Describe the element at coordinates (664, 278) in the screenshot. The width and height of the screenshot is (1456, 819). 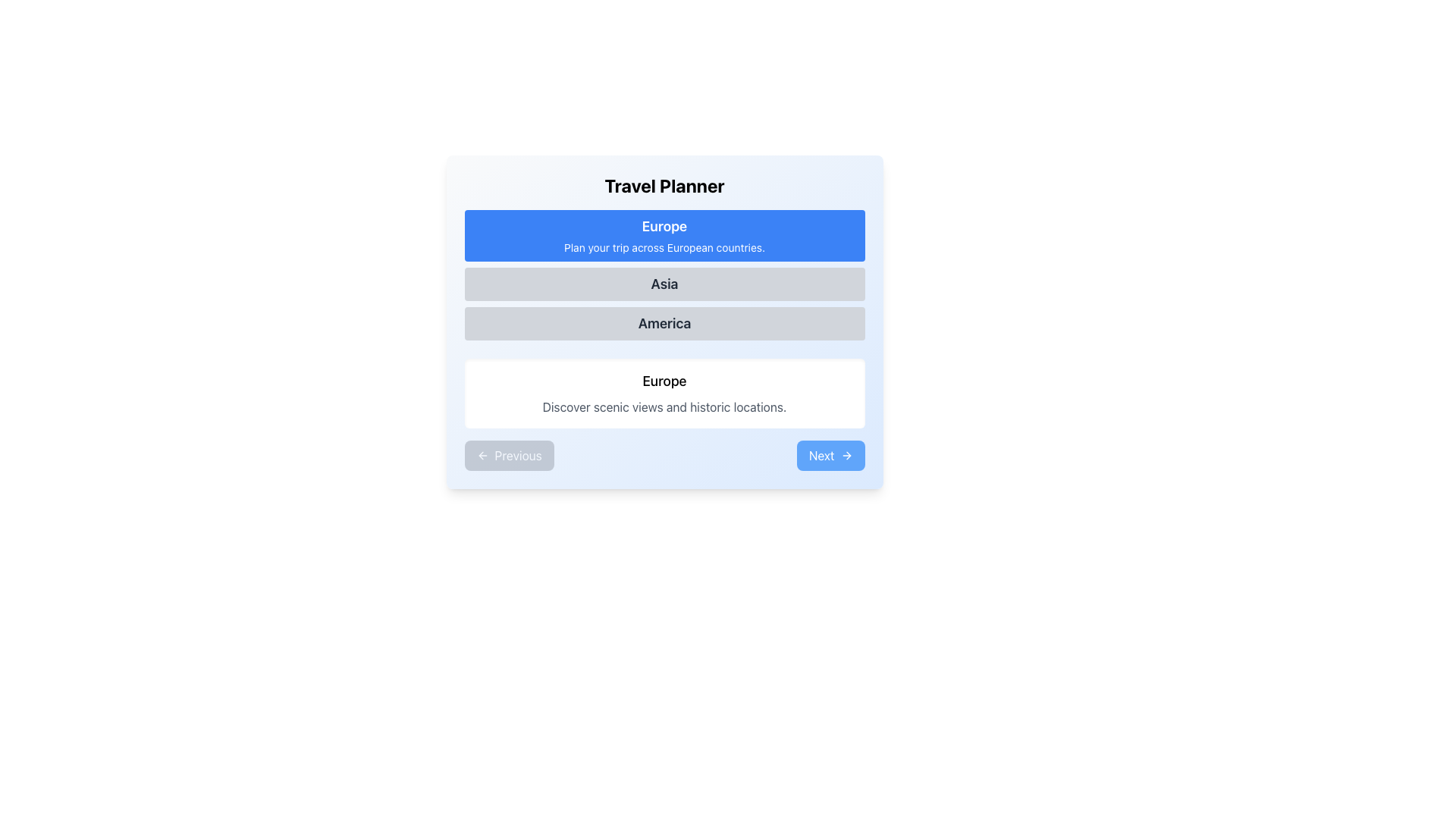
I see `the middle section titled 'Asia' in the Grouped Text Sections` at that location.